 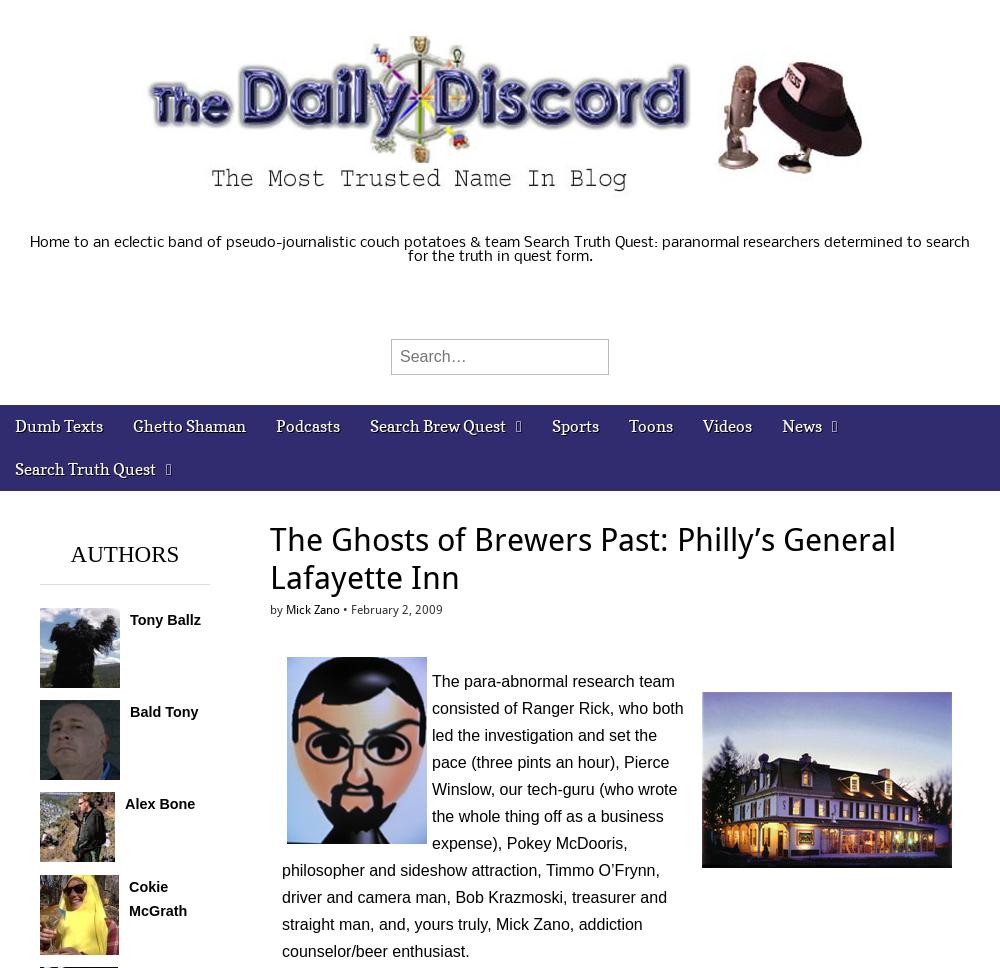 What do you see at coordinates (15, 426) in the screenshot?
I see `'Dumb Texts'` at bounding box center [15, 426].